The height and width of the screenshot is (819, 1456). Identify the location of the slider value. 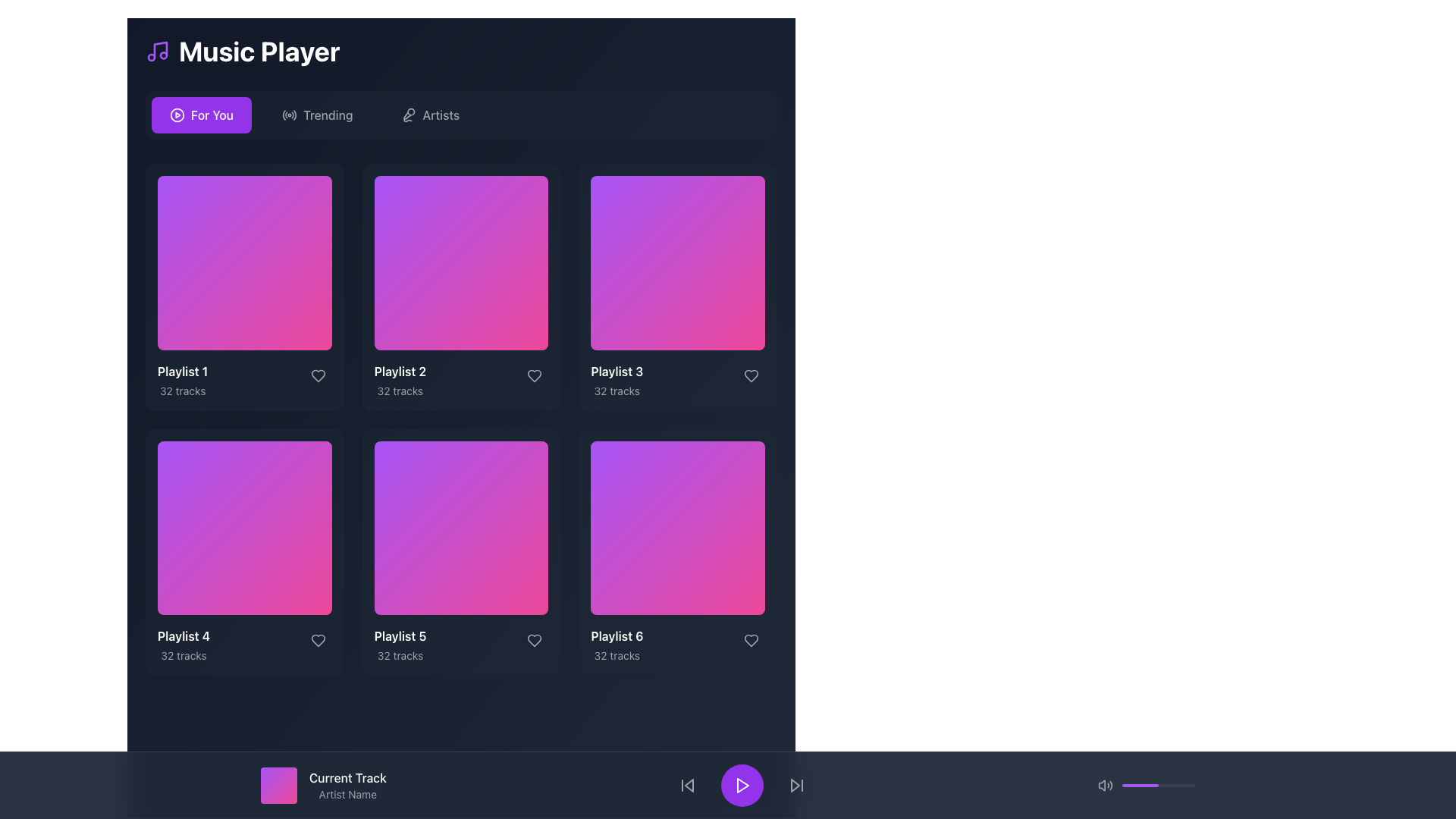
(1166, 785).